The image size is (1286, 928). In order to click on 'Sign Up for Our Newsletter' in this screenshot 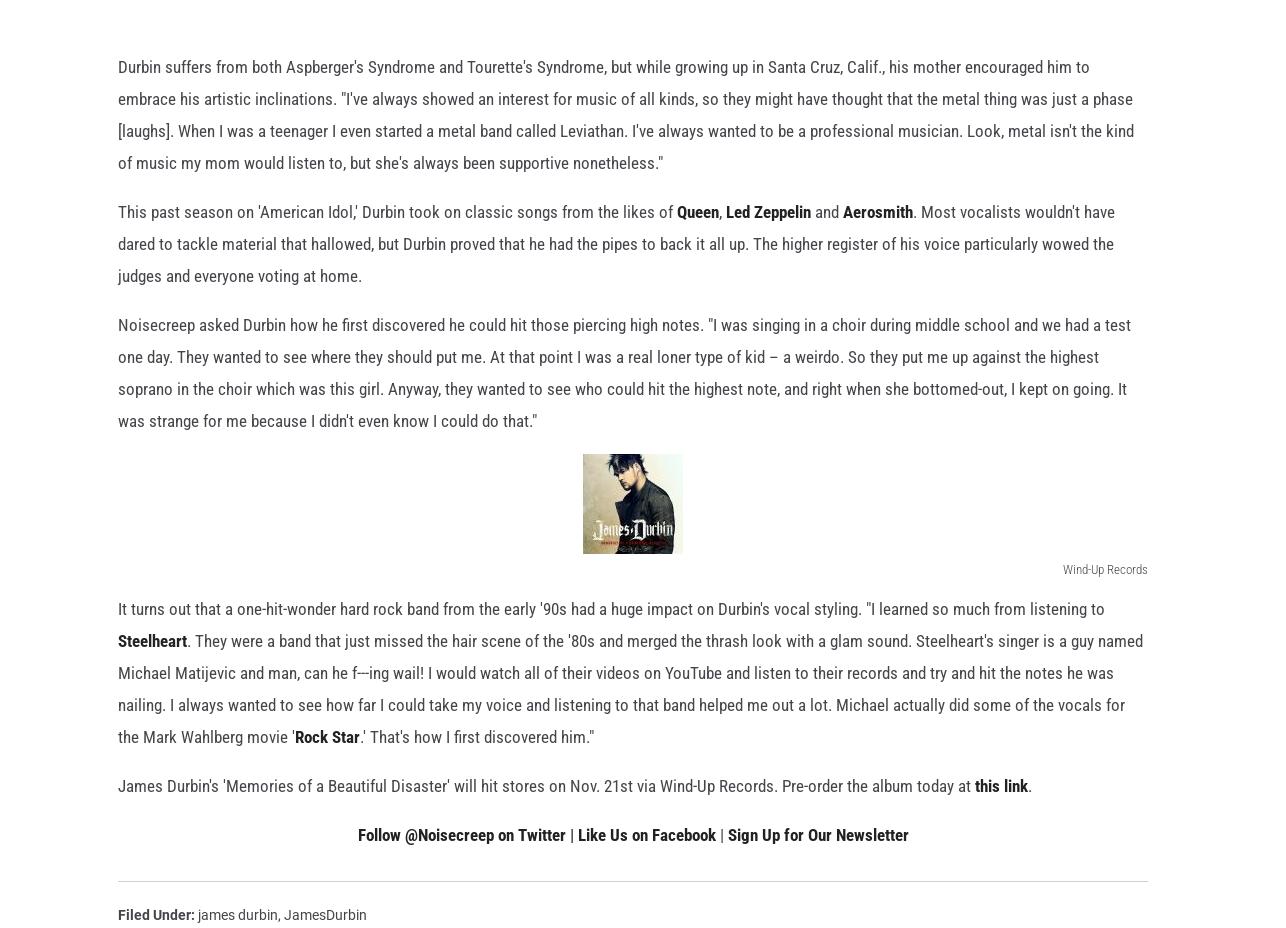, I will do `click(817, 867)`.